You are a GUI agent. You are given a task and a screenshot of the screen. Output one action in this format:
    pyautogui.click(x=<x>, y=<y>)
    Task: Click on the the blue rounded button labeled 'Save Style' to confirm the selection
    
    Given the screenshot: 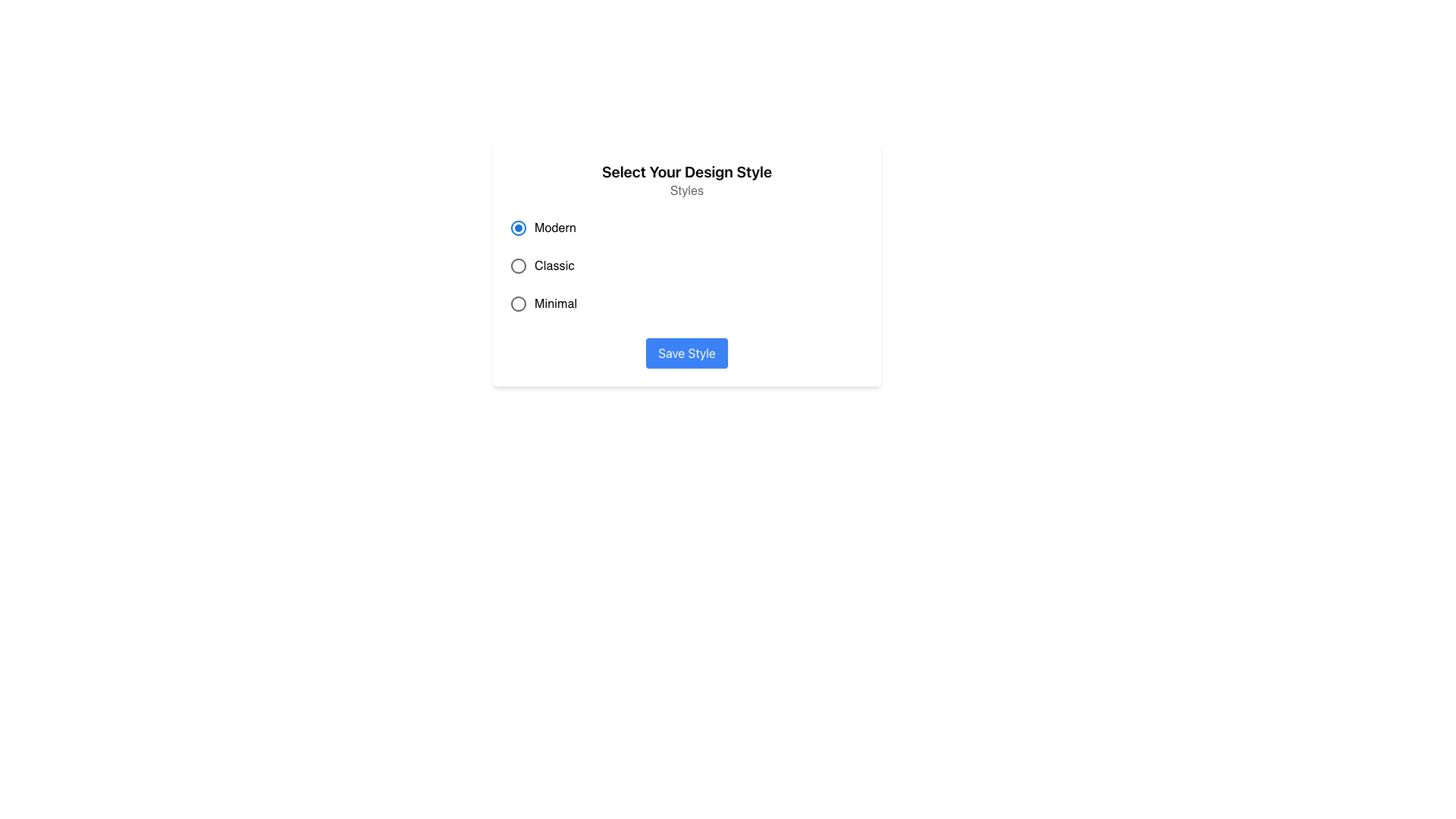 What is the action you would take?
    pyautogui.click(x=686, y=353)
    